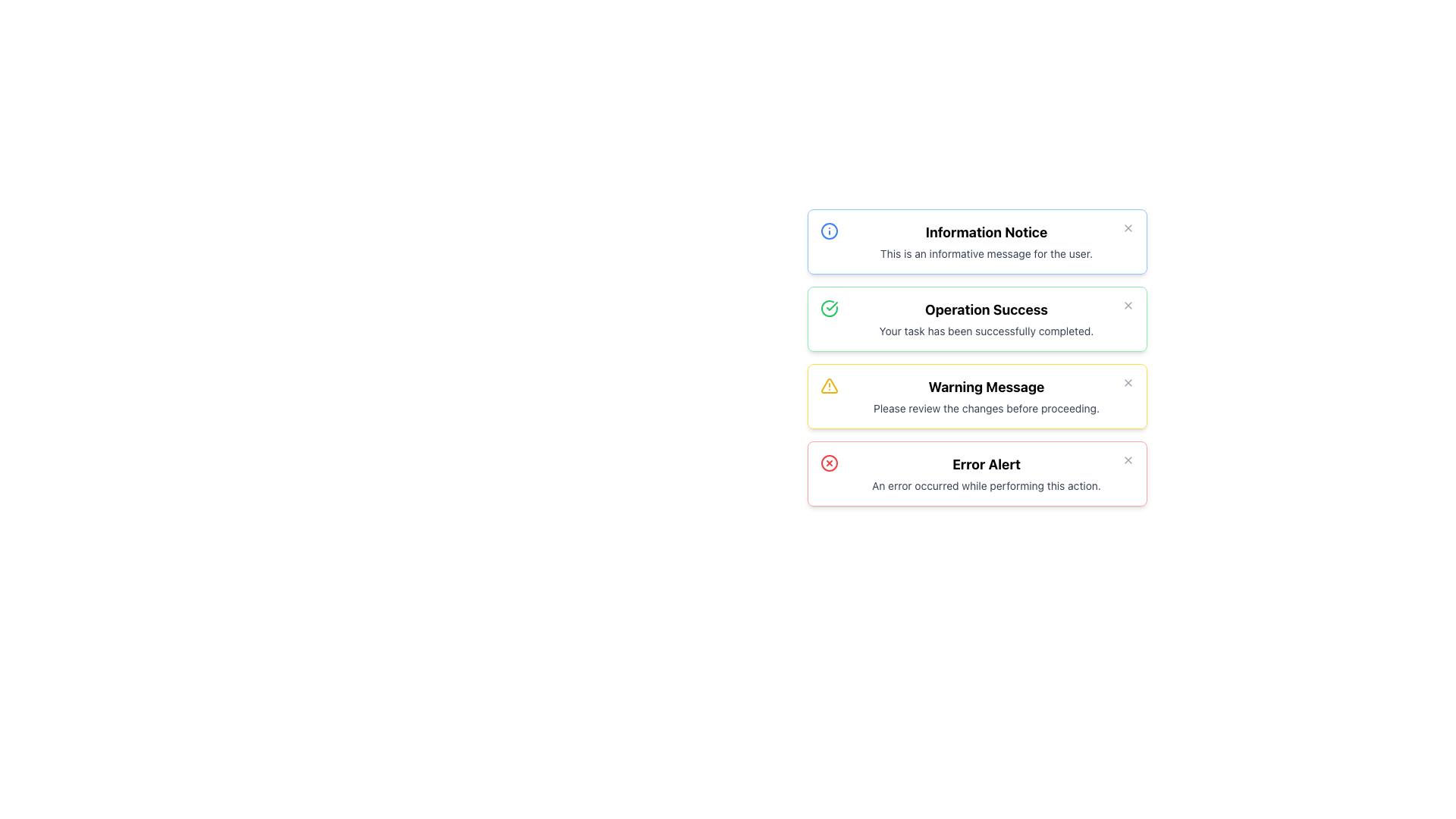  What do you see at coordinates (1128, 227) in the screenshot?
I see `the close button located at the rightmost end of the message box` at bounding box center [1128, 227].